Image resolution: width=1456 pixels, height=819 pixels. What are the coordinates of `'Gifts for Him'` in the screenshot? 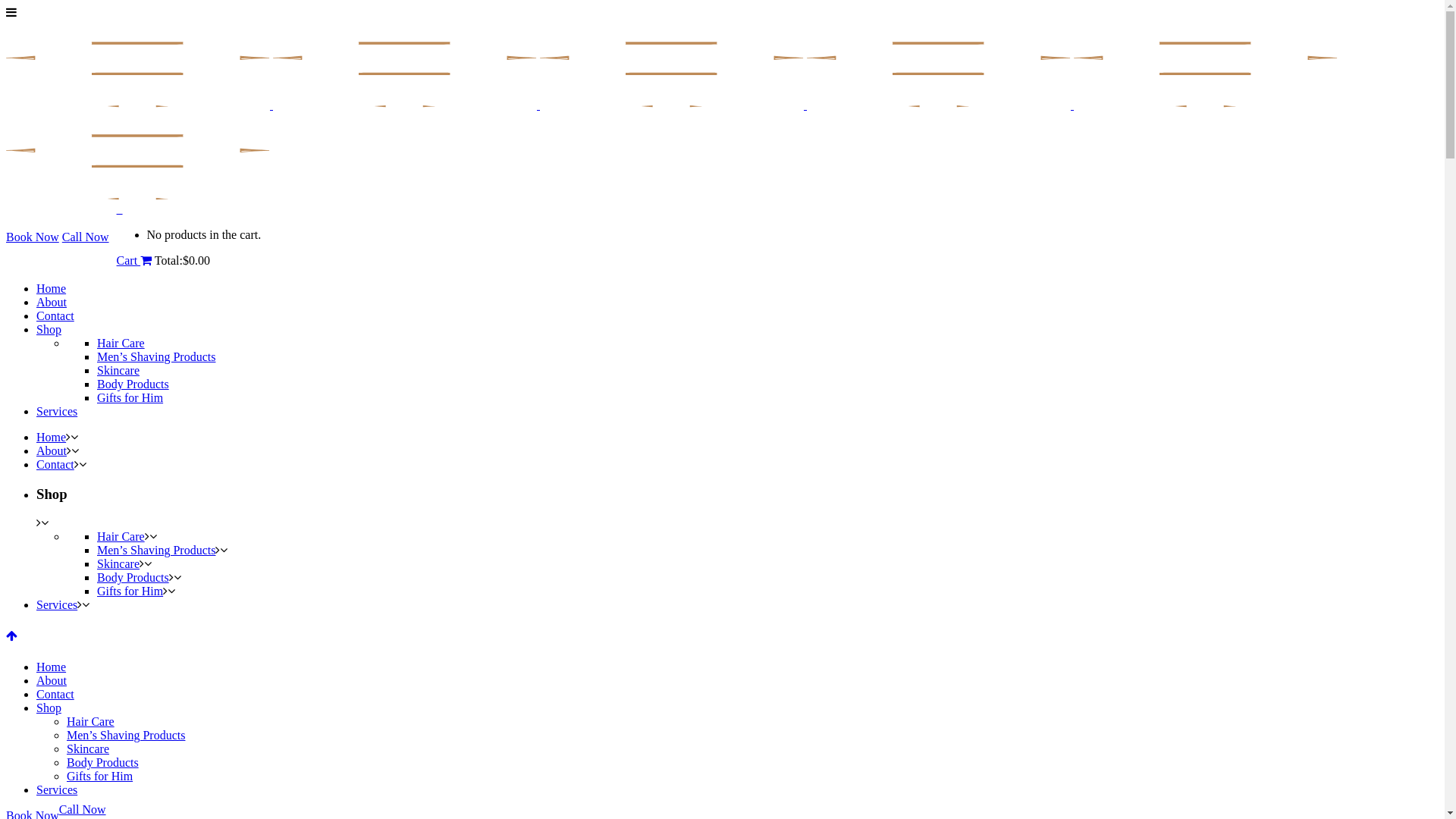 It's located at (130, 590).